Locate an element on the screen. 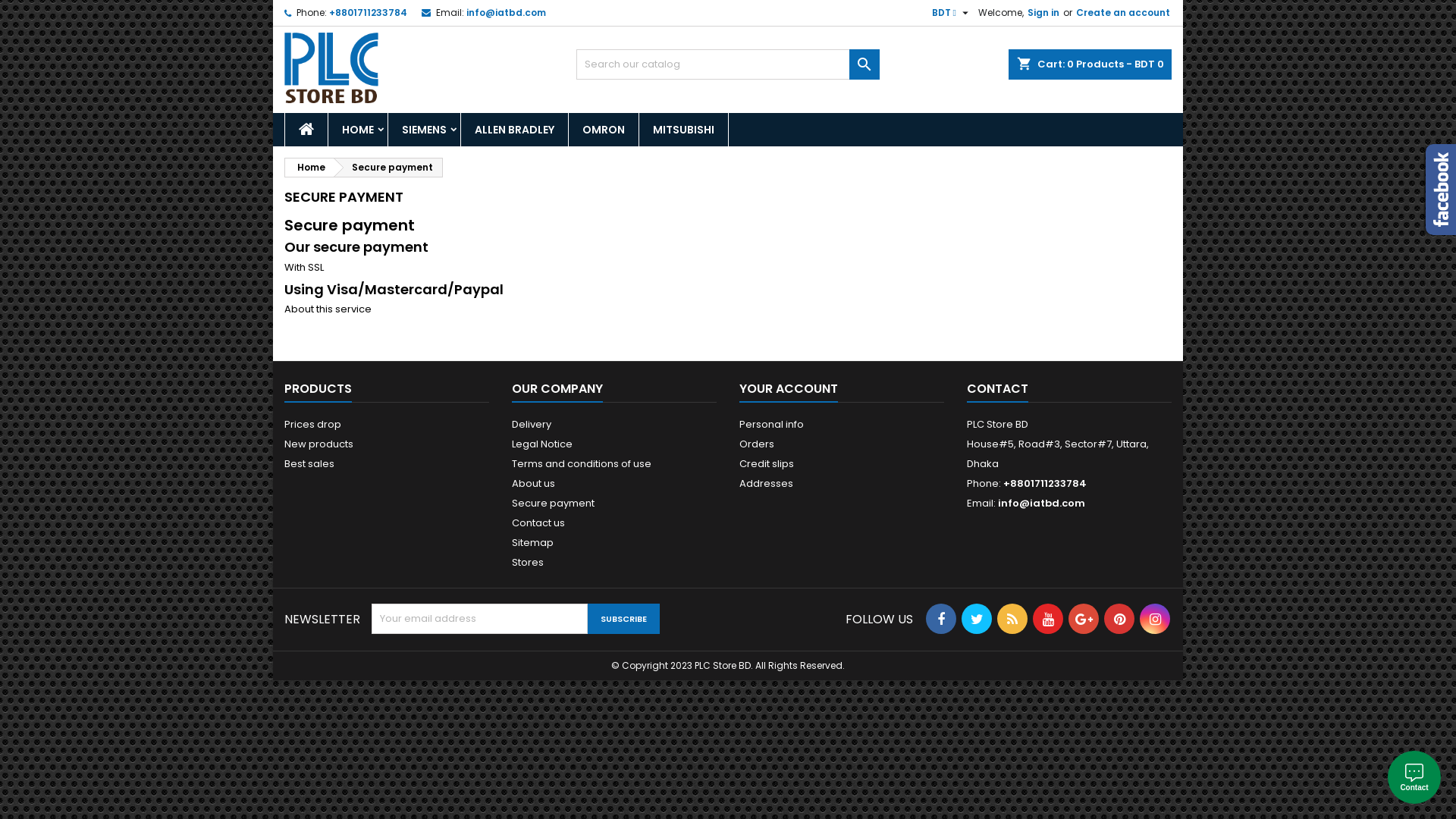  'OMRON' is located at coordinates (603, 128).